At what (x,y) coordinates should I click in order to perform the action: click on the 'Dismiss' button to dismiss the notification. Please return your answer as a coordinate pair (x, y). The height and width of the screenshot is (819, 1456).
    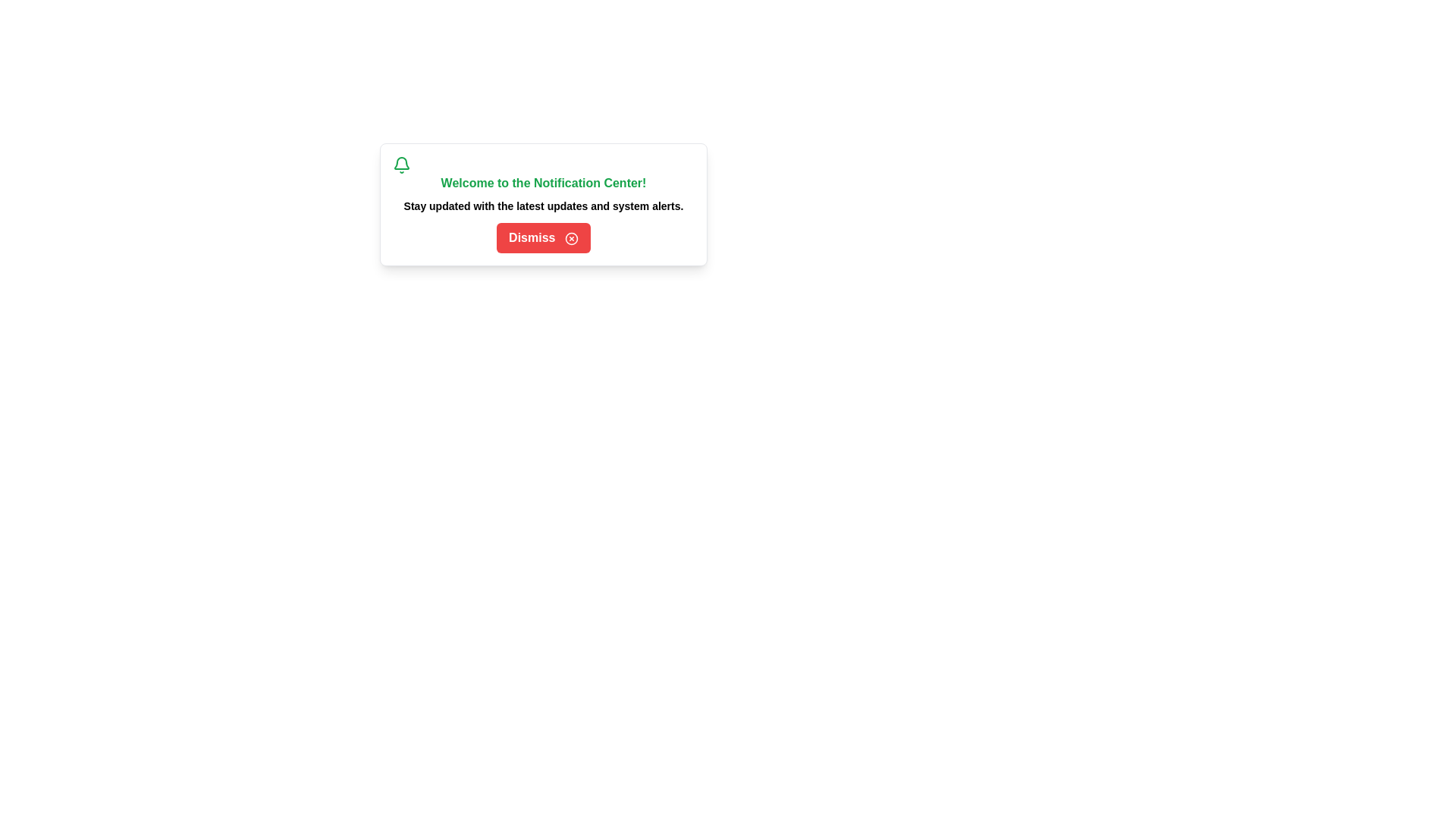
    Looking at the image, I should click on (543, 237).